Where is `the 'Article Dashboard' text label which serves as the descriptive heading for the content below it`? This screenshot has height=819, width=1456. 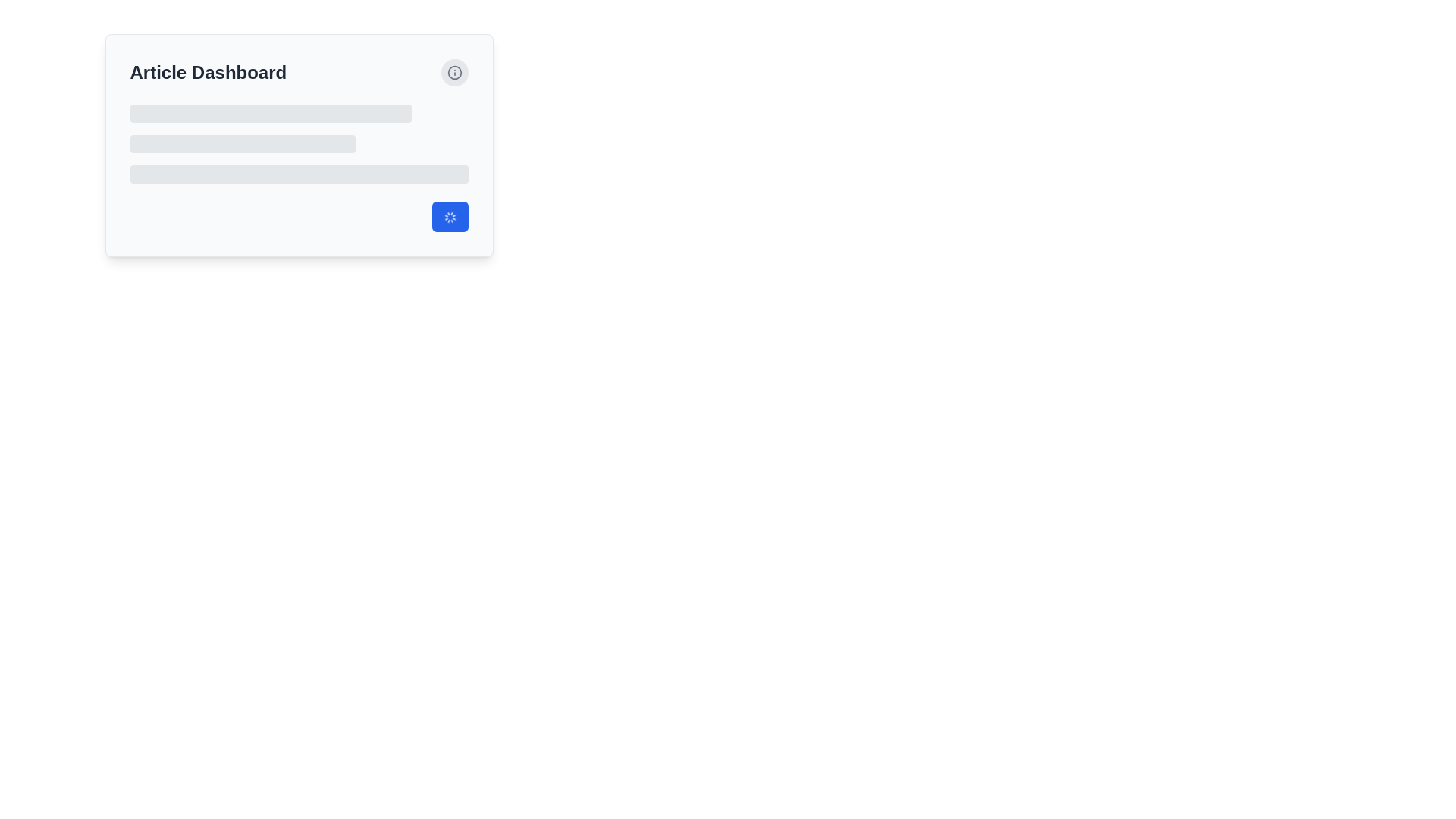
the 'Article Dashboard' text label which serves as the descriptive heading for the content below it is located at coordinates (207, 73).